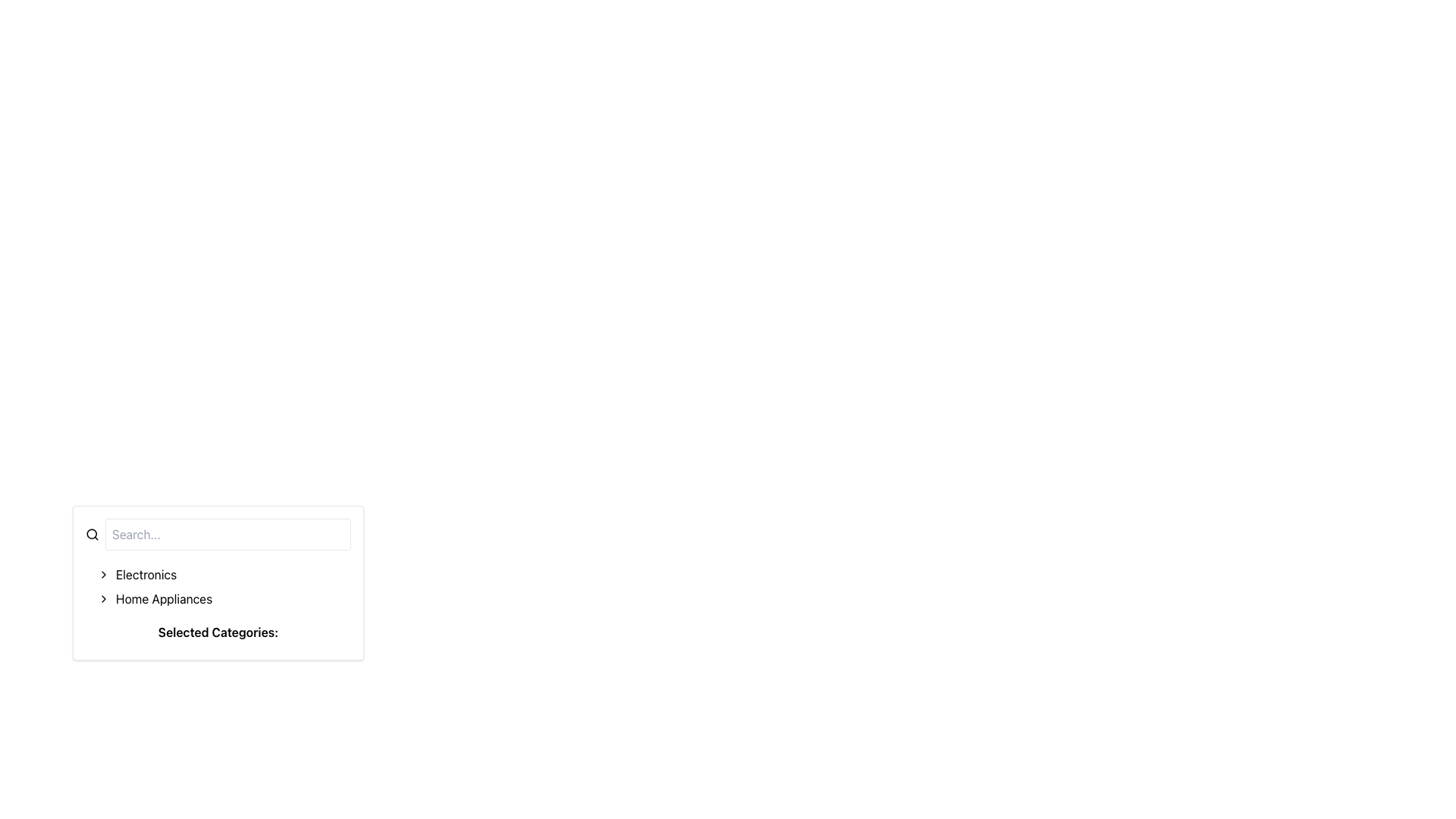 This screenshot has height=819, width=1456. I want to click on the 'Home Appliances' text label, which is positioned below the 'Electronics' label in the category selection menu, so click(164, 598).